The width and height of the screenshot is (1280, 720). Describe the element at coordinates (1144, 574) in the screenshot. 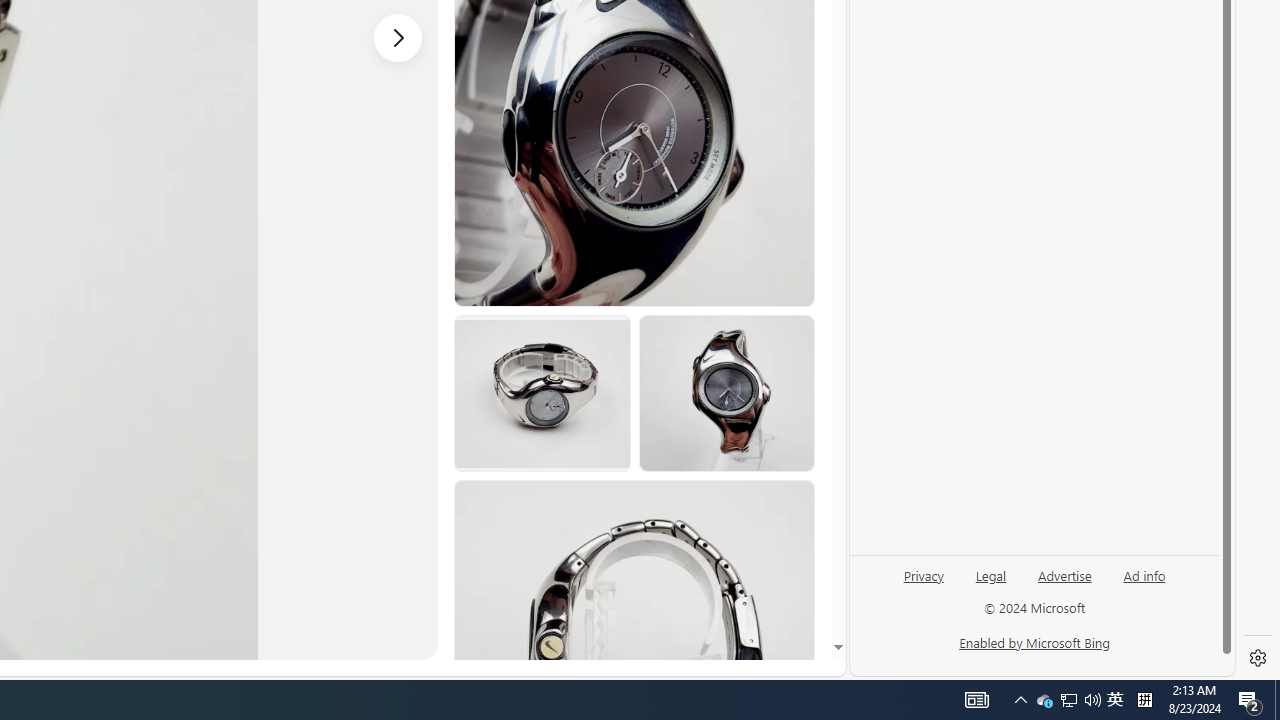

I see `'Ad info'` at that location.